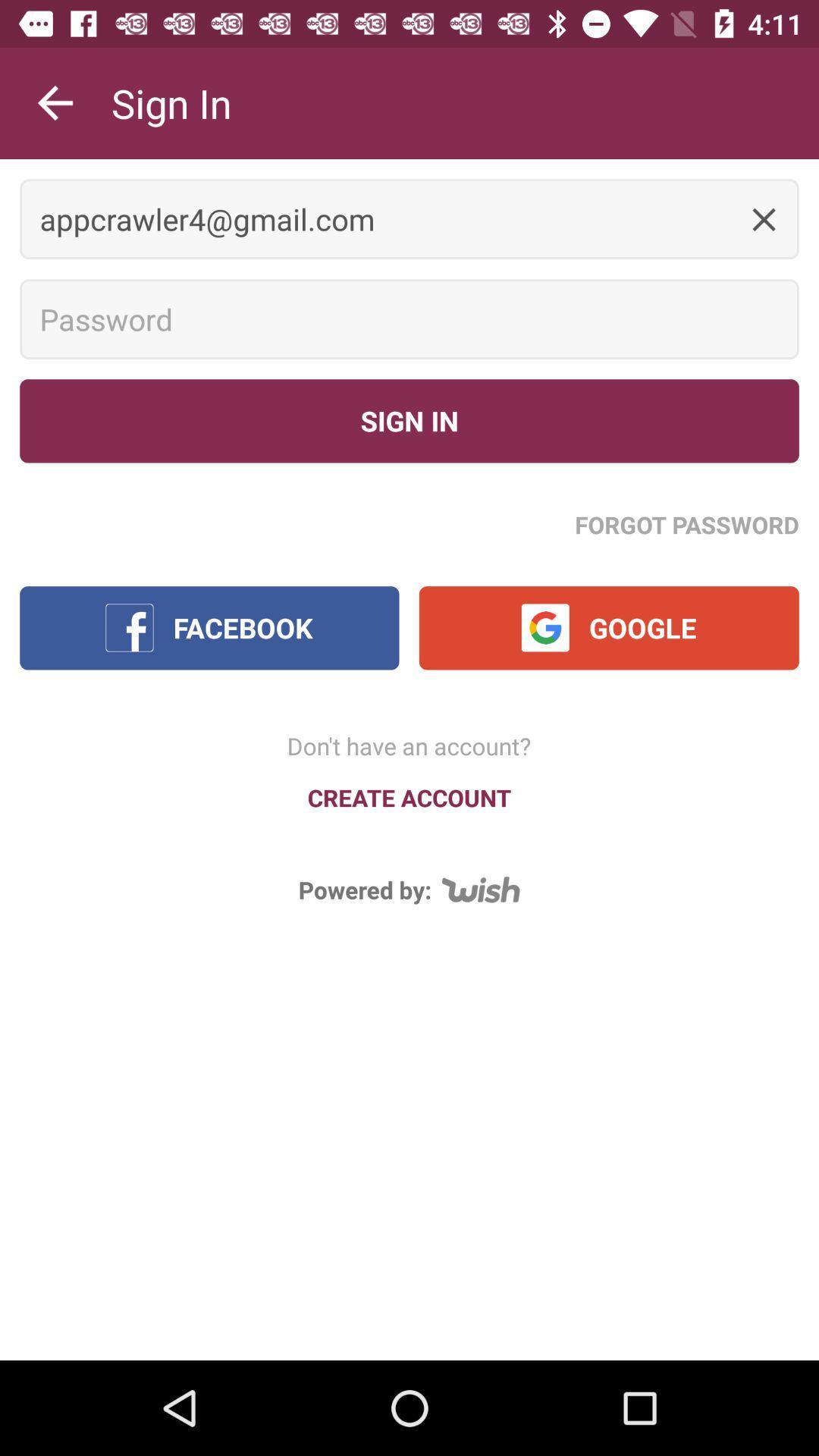 Image resolution: width=819 pixels, height=1456 pixels. I want to click on the appcrawler4@gmail.com icon, so click(409, 218).